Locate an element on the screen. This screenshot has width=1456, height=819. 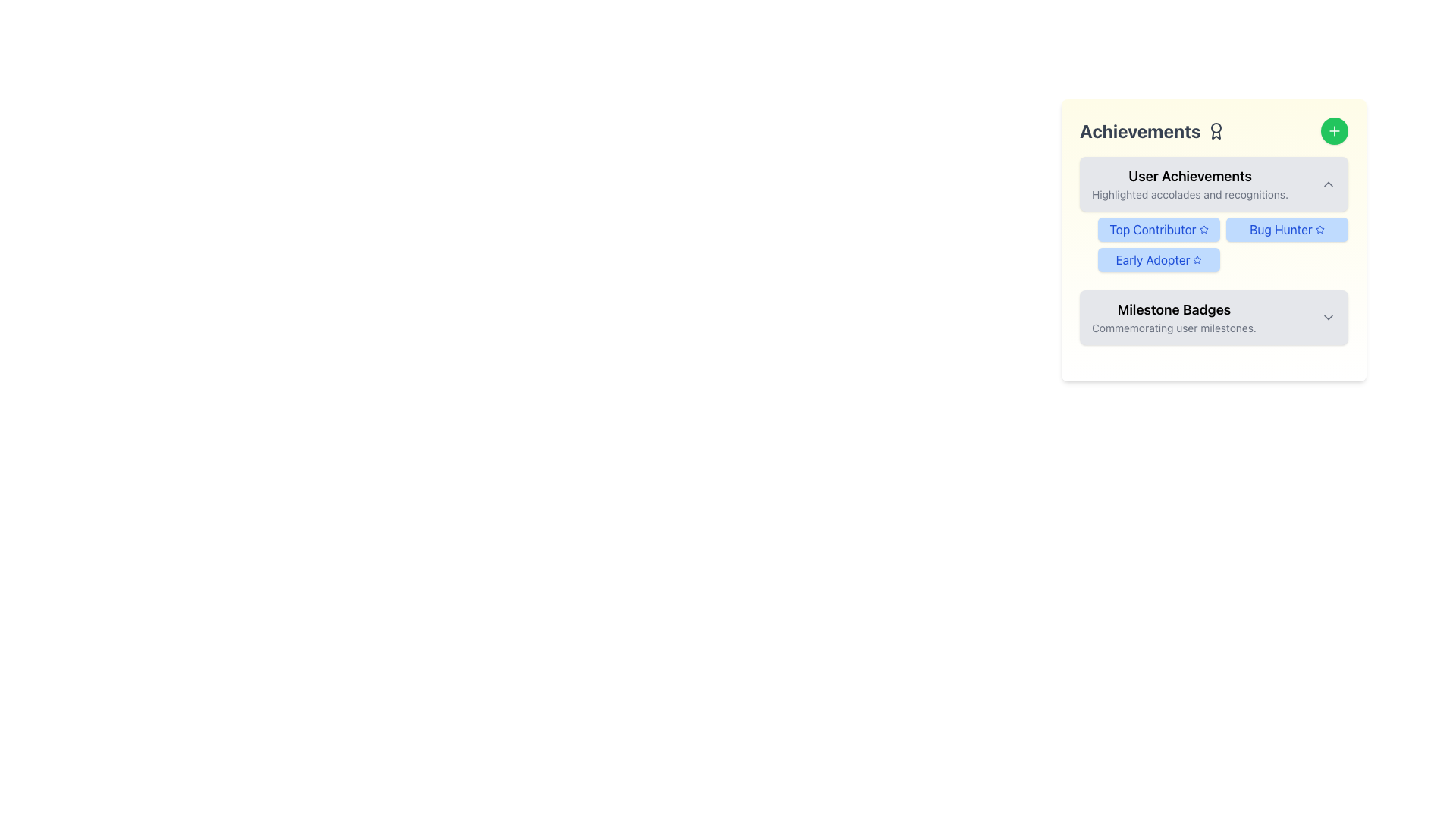
the blue five-point star icon located in the 'User Achievements' section of the 'Achievements' card, positioned to the right of the 'Bug Hunter' label is located at coordinates (1203, 229).